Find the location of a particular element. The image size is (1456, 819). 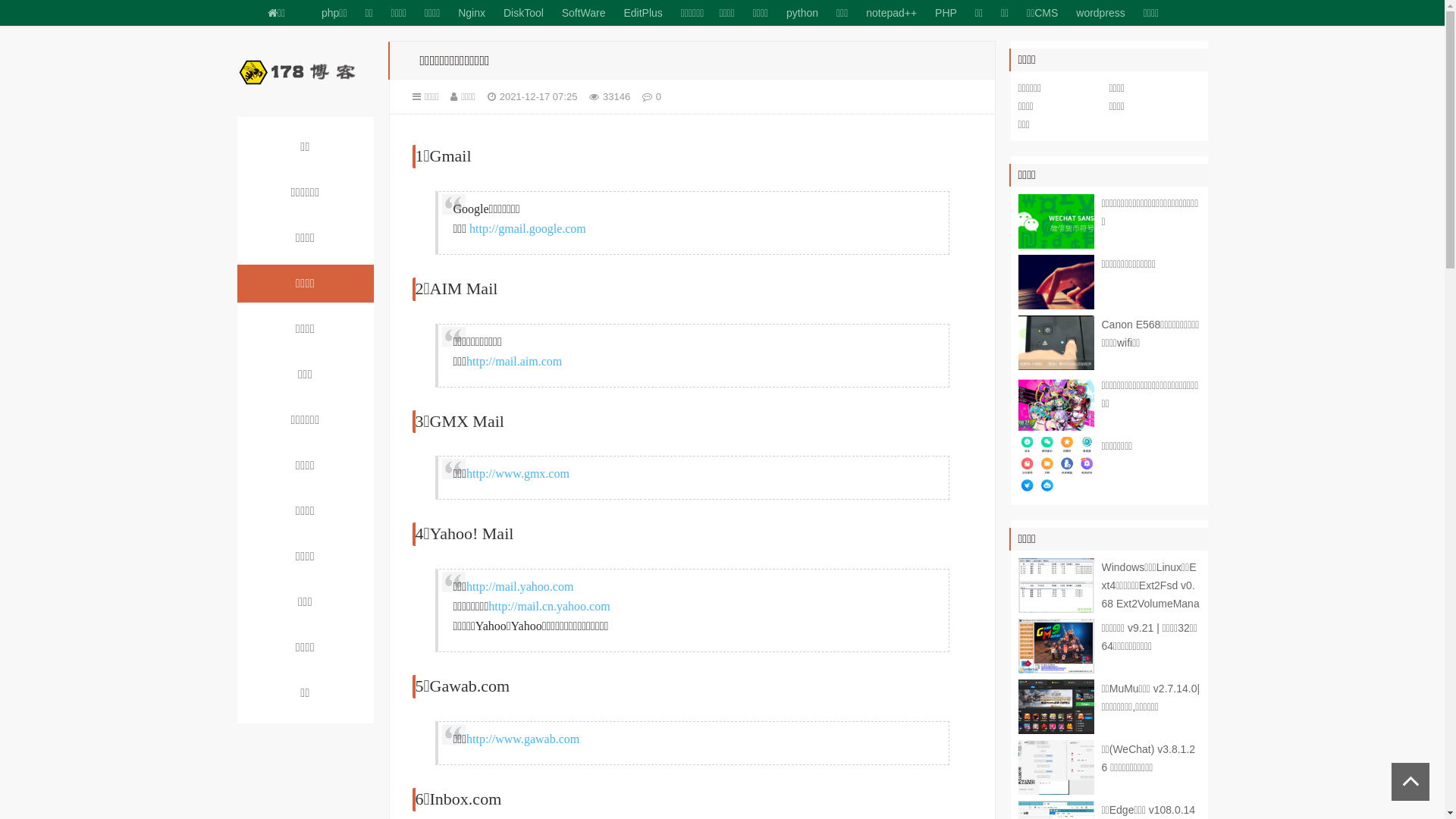

'python' is located at coordinates (801, 12).